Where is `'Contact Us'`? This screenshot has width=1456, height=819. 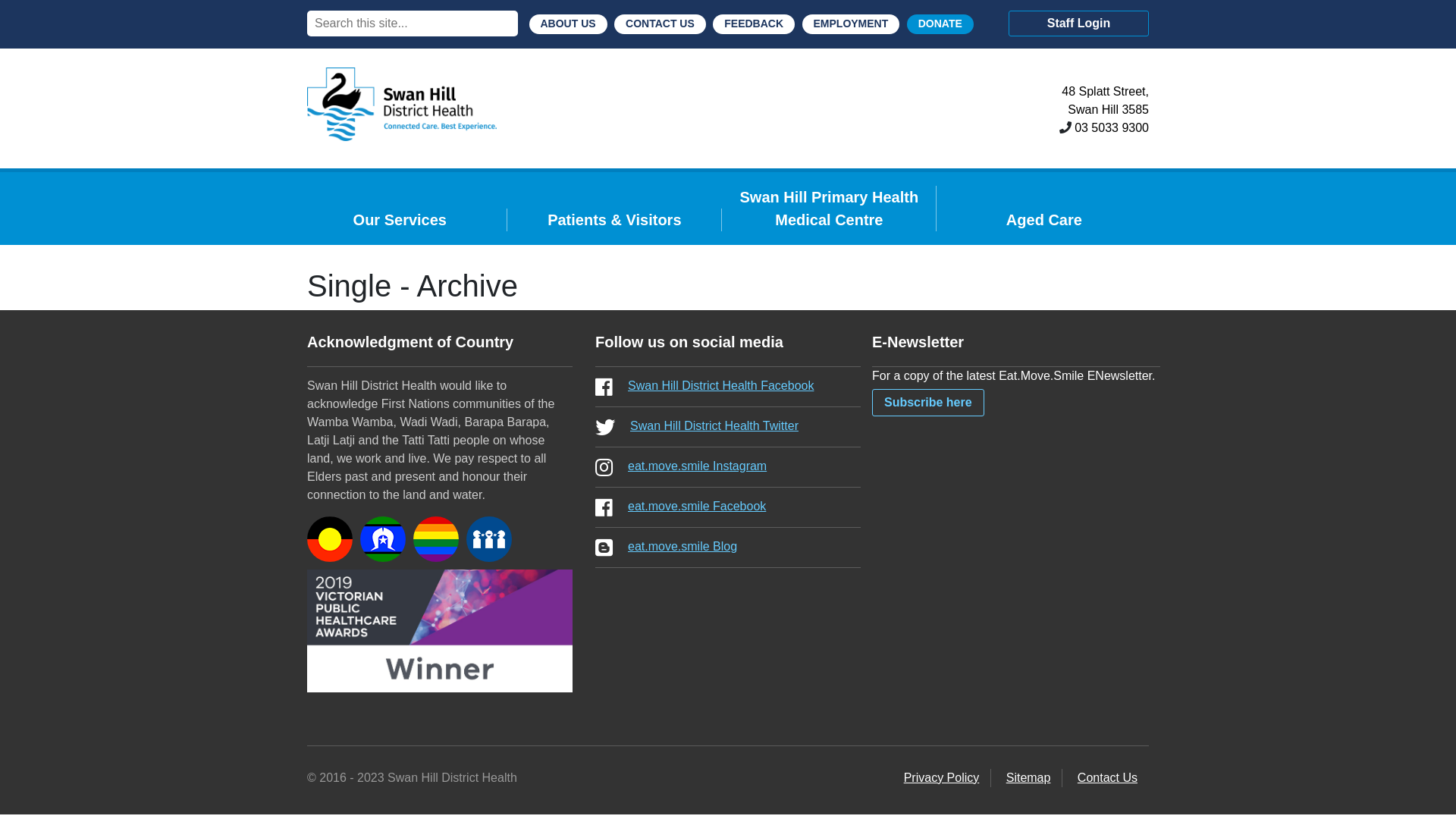
'Contact Us' is located at coordinates (1065, 777).